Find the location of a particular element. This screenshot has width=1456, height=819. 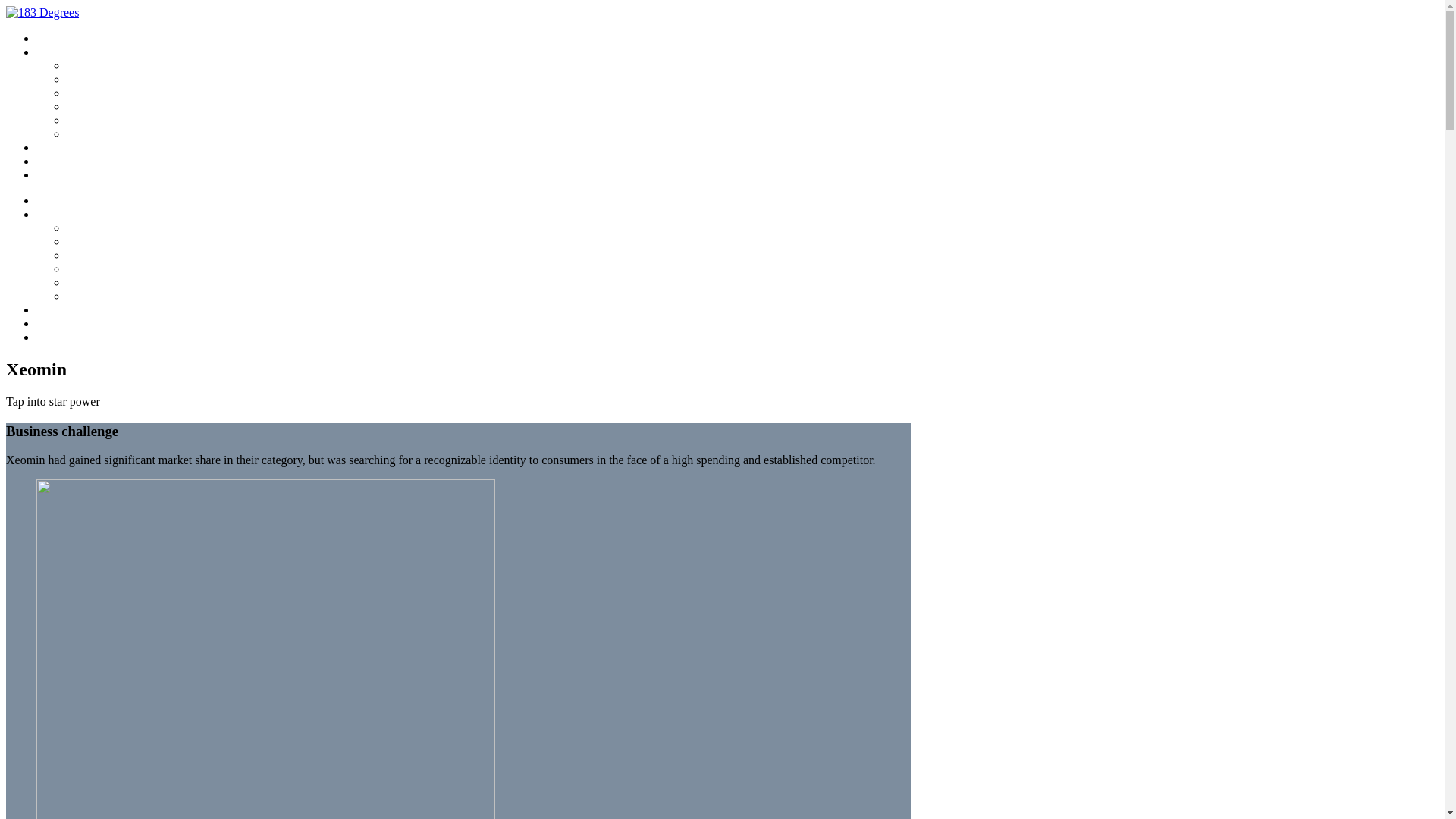

'More Projects' is located at coordinates (67, 148).